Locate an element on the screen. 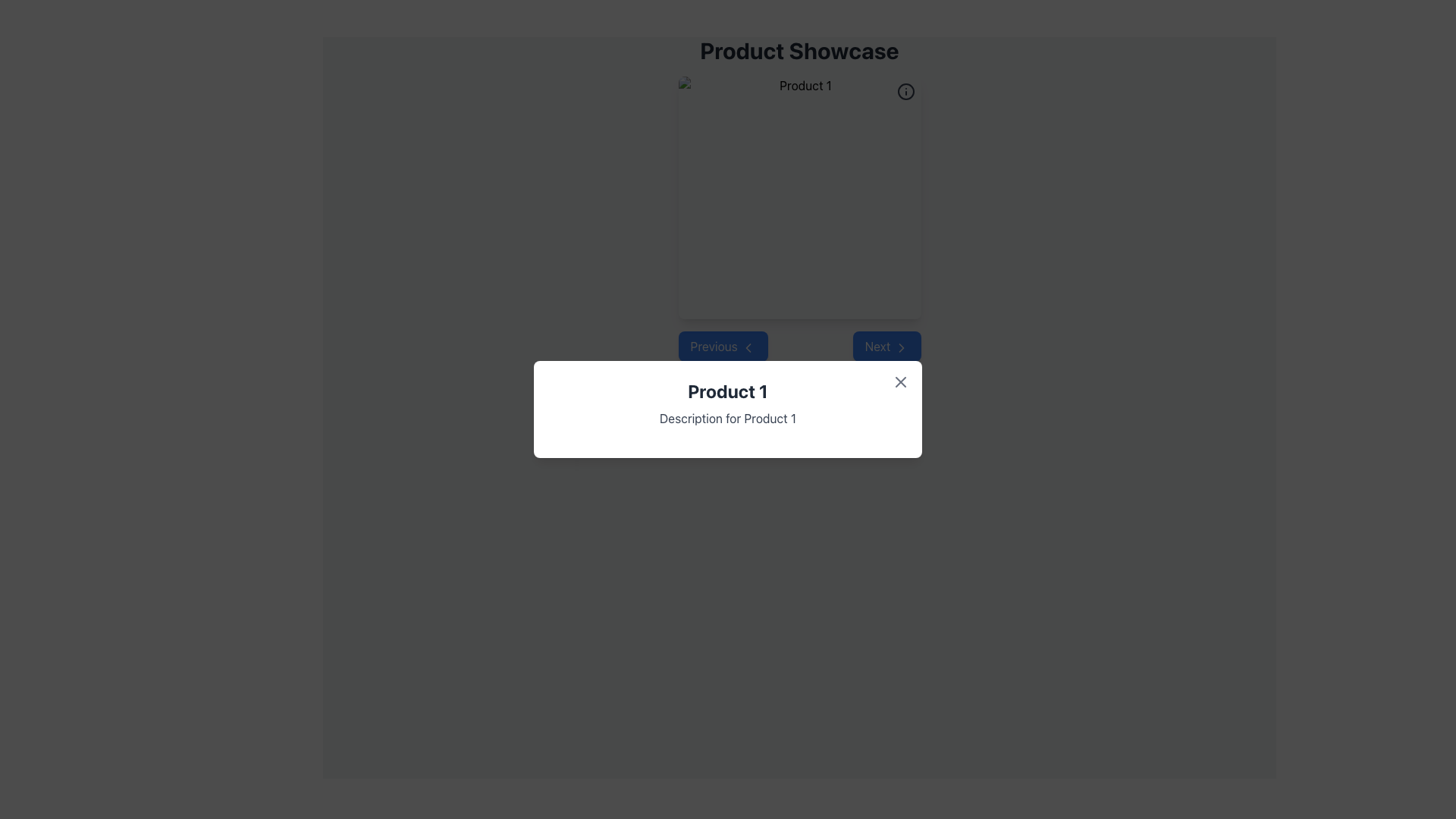  the close button styled as an 'X' symbol located in the top-right corner of the modal adjacent to the title text 'Product 1' is located at coordinates (901, 381).